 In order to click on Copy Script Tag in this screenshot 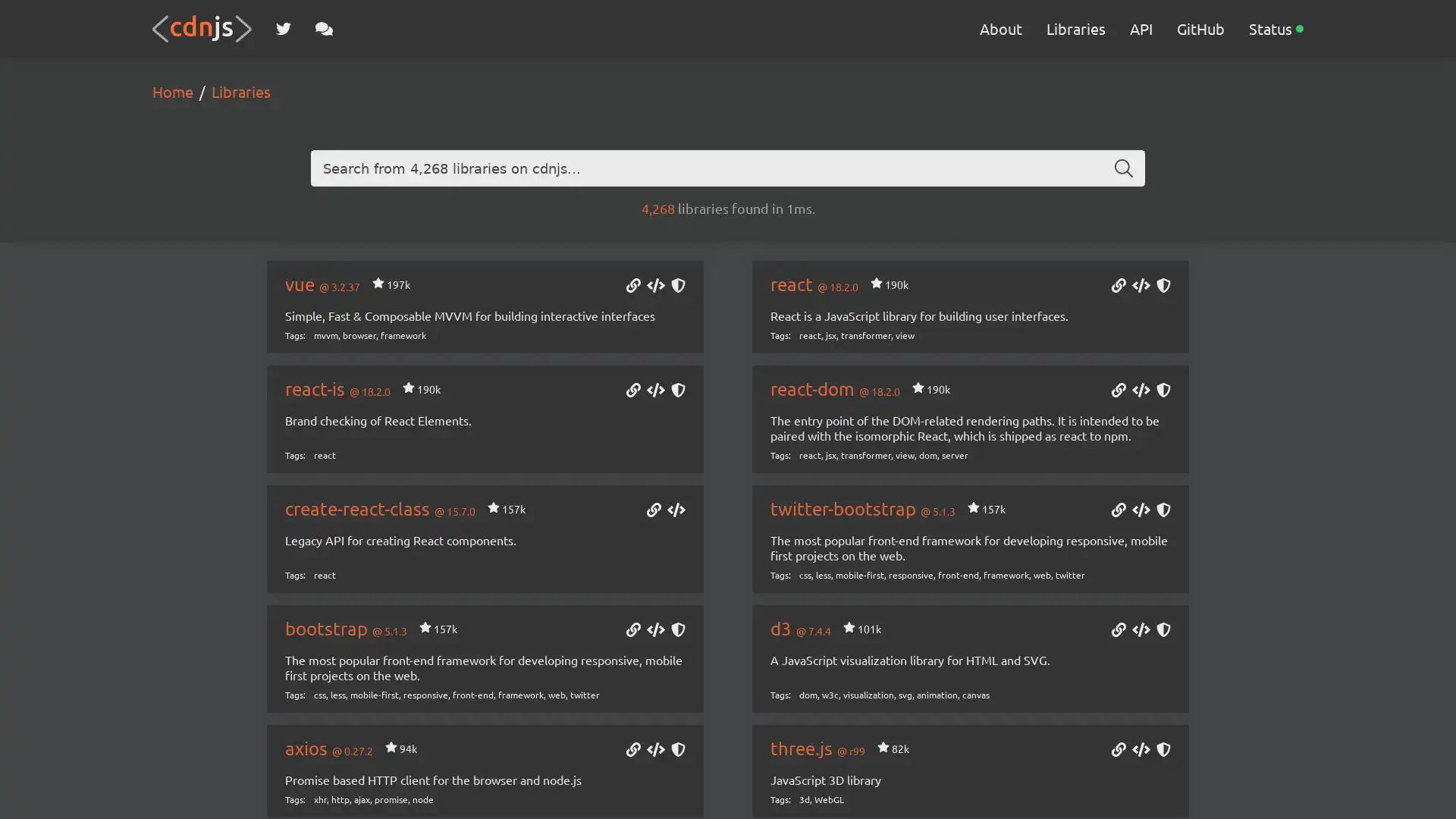, I will do `click(1140, 391)`.